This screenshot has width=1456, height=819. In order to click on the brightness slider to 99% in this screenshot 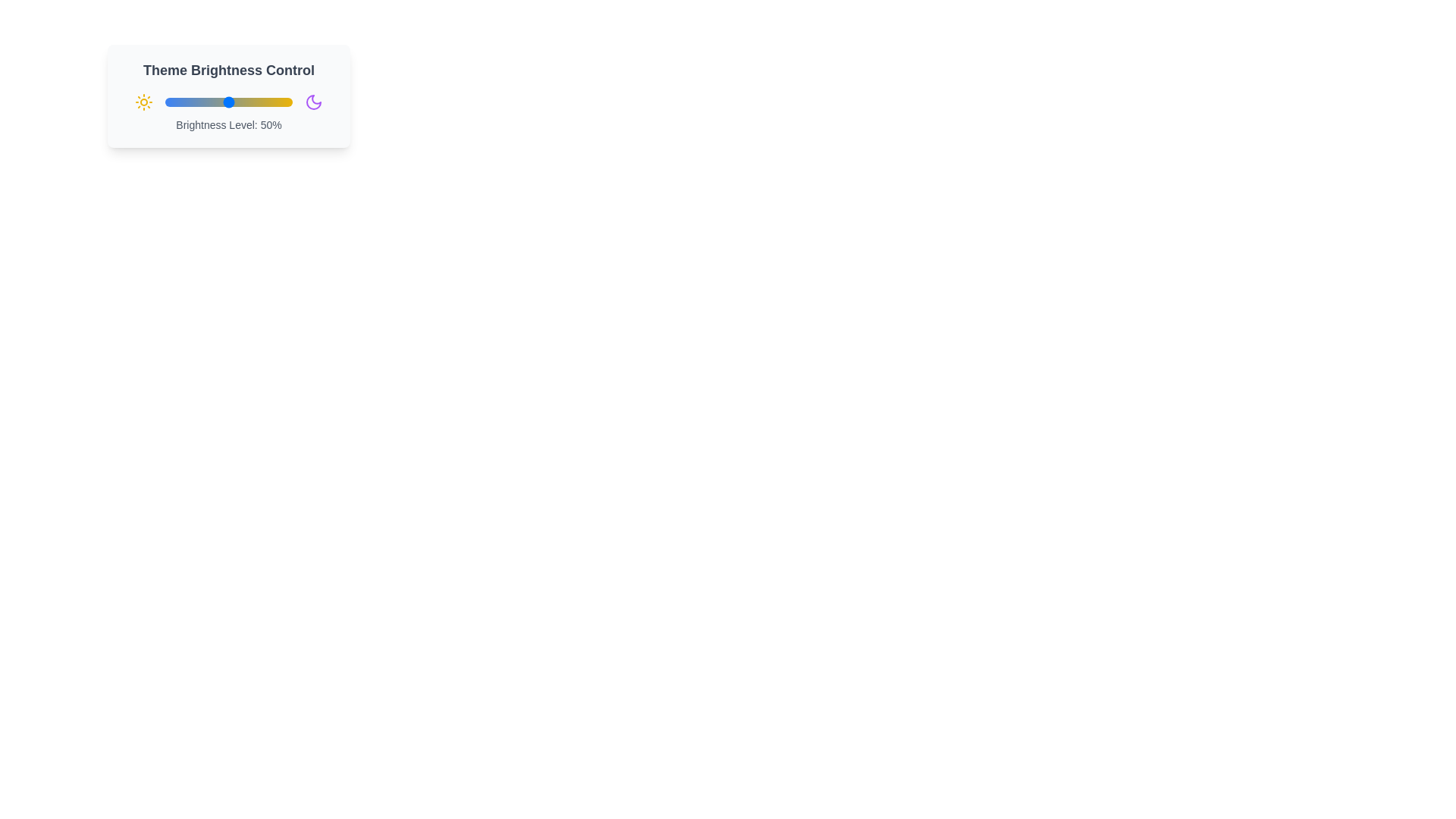, I will do `click(291, 102)`.